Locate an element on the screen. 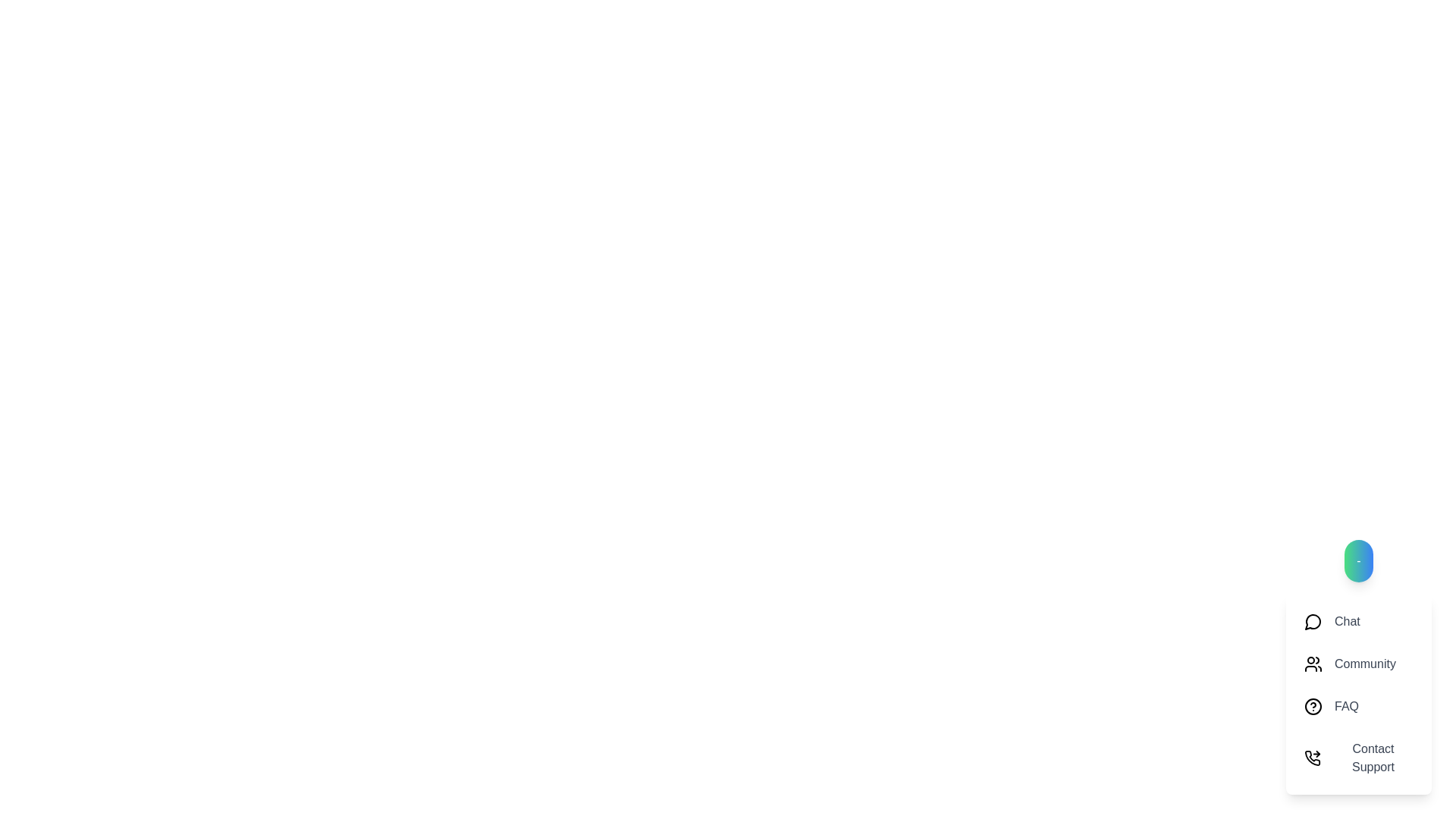  the chat icon located at the leftmost side of the 'Chat' menu is located at coordinates (1313, 622).